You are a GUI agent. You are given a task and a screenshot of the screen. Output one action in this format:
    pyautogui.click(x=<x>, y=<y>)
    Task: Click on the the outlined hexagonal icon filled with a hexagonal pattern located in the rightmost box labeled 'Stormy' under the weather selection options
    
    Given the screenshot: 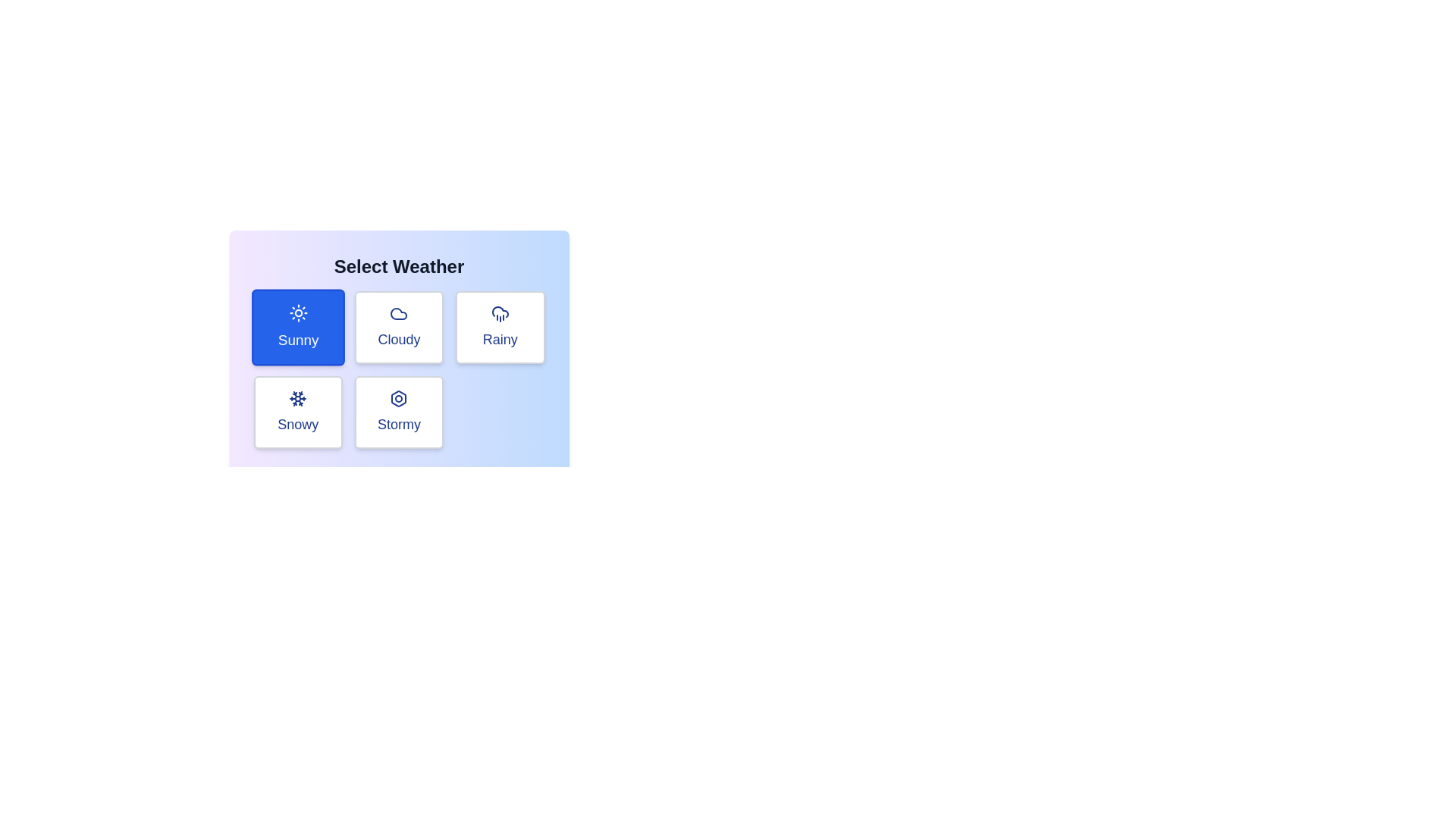 What is the action you would take?
    pyautogui.click(x=399, y=397)
    